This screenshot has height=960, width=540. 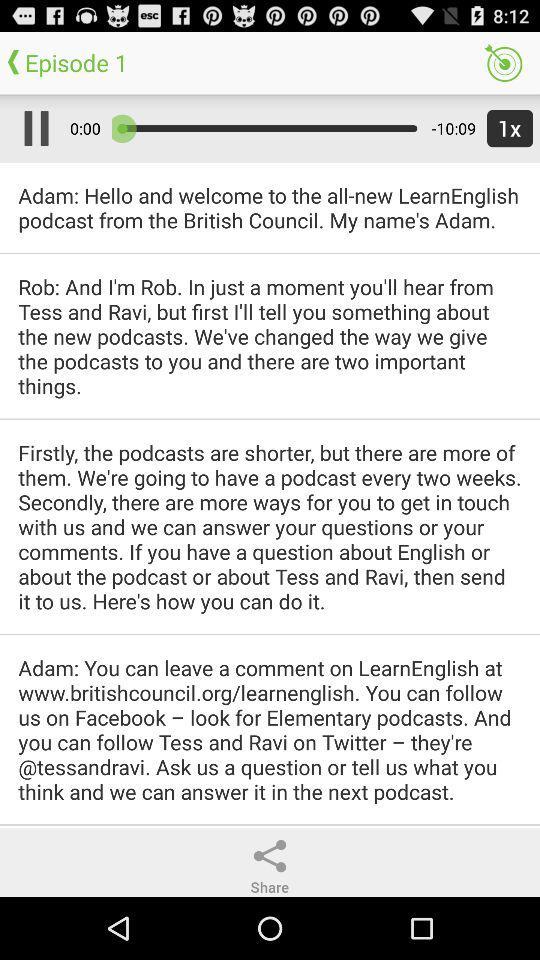 What do you see at coordinates (502, 63) in the screenshot?
I see `green image right to episode 1` at bounding box center [502, 63].